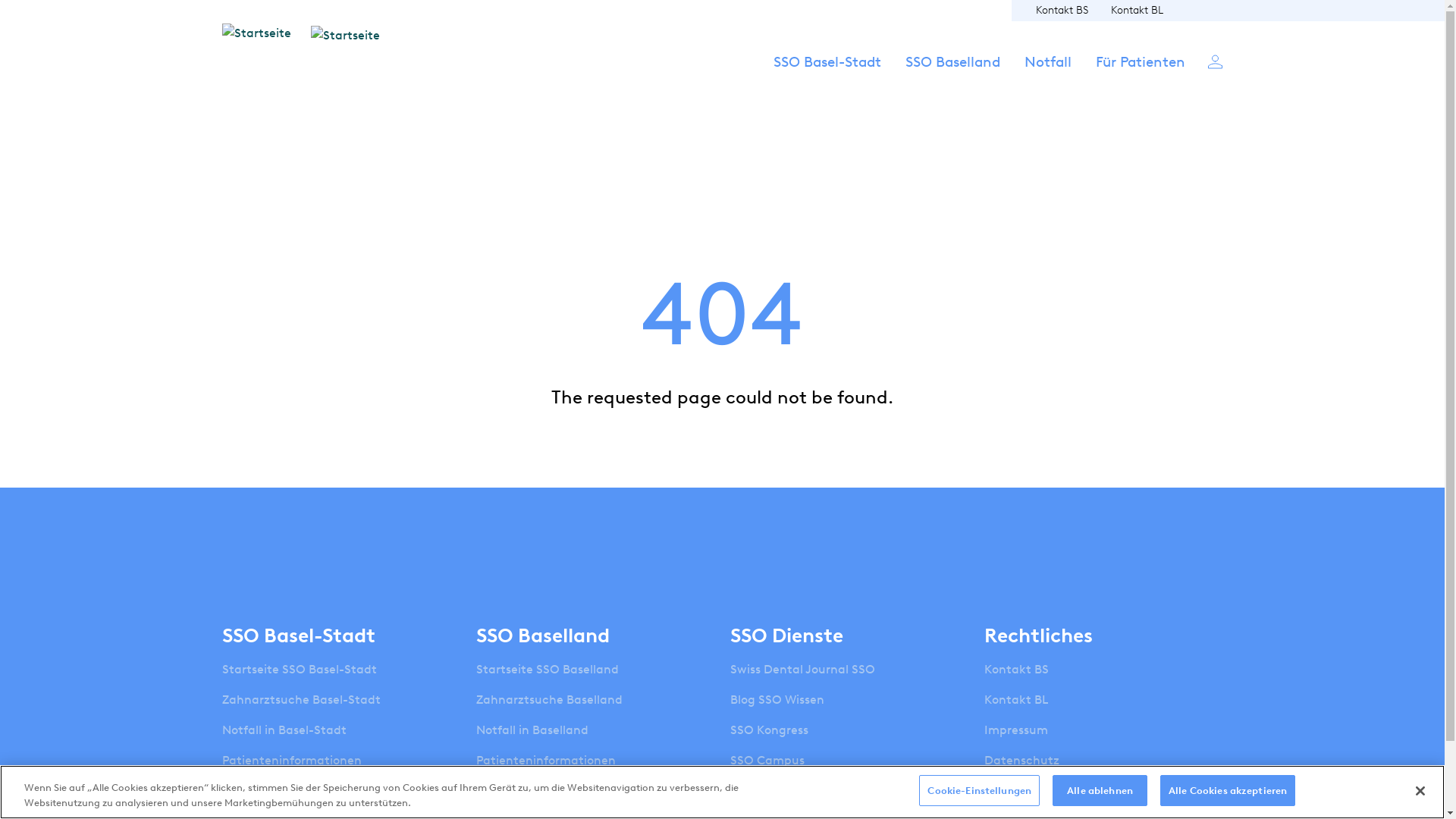  I want to click on 'Kontakt BL', so click(1136, 10).